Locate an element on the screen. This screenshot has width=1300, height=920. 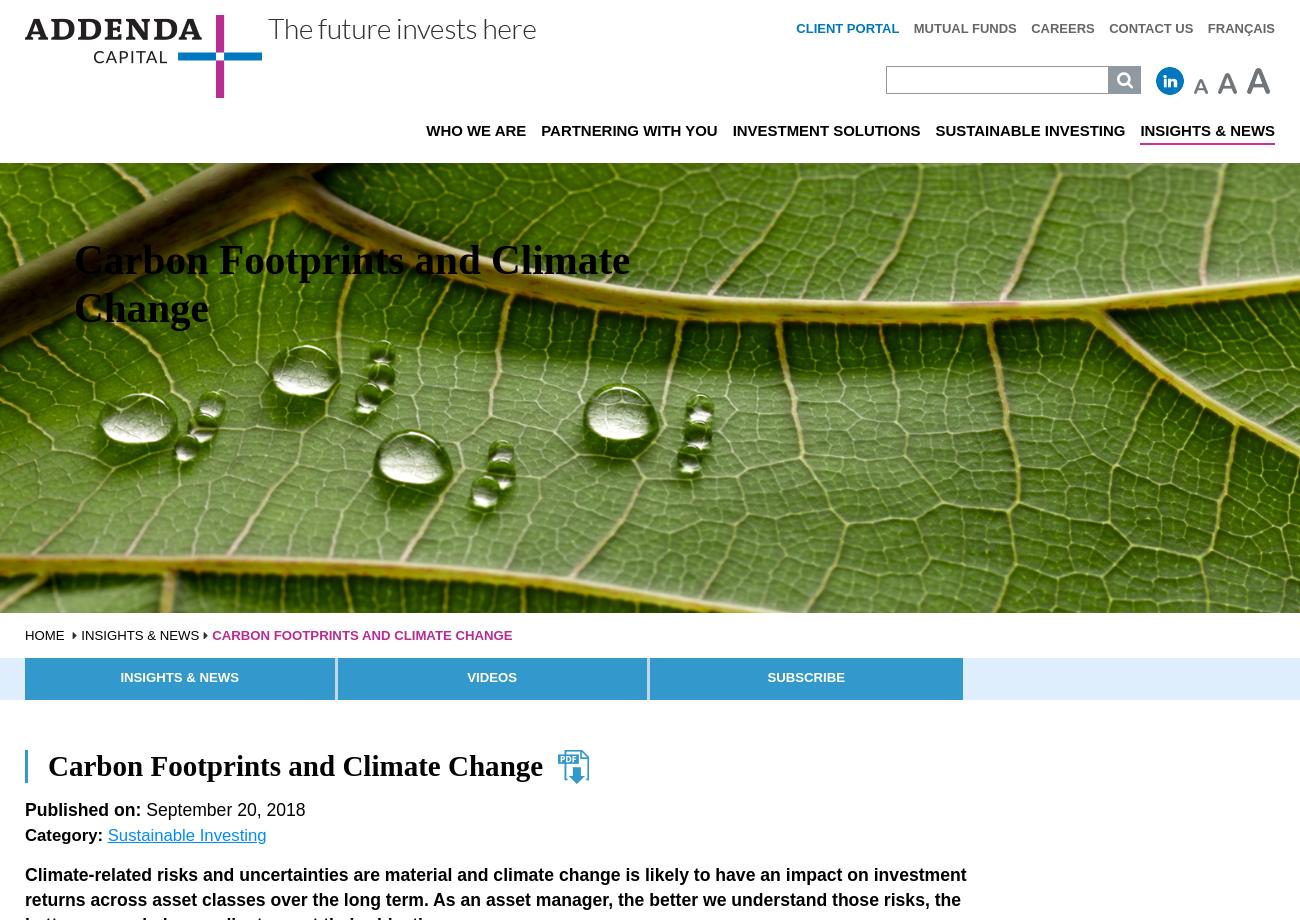
'Mutual Funds' is located at coordinates (964, 28).